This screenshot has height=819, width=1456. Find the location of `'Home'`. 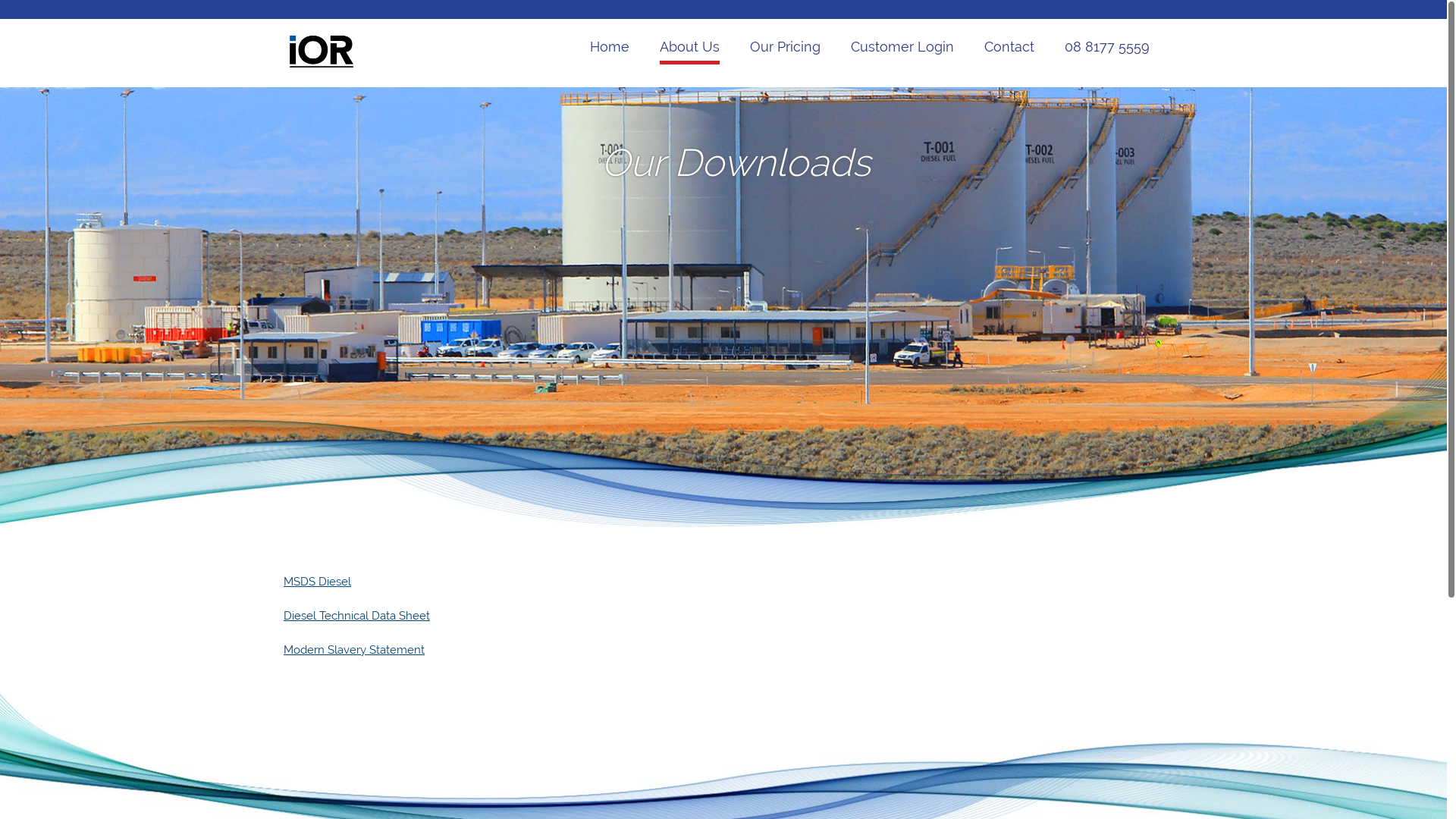

'Home' is located at coordinates (610, 48).